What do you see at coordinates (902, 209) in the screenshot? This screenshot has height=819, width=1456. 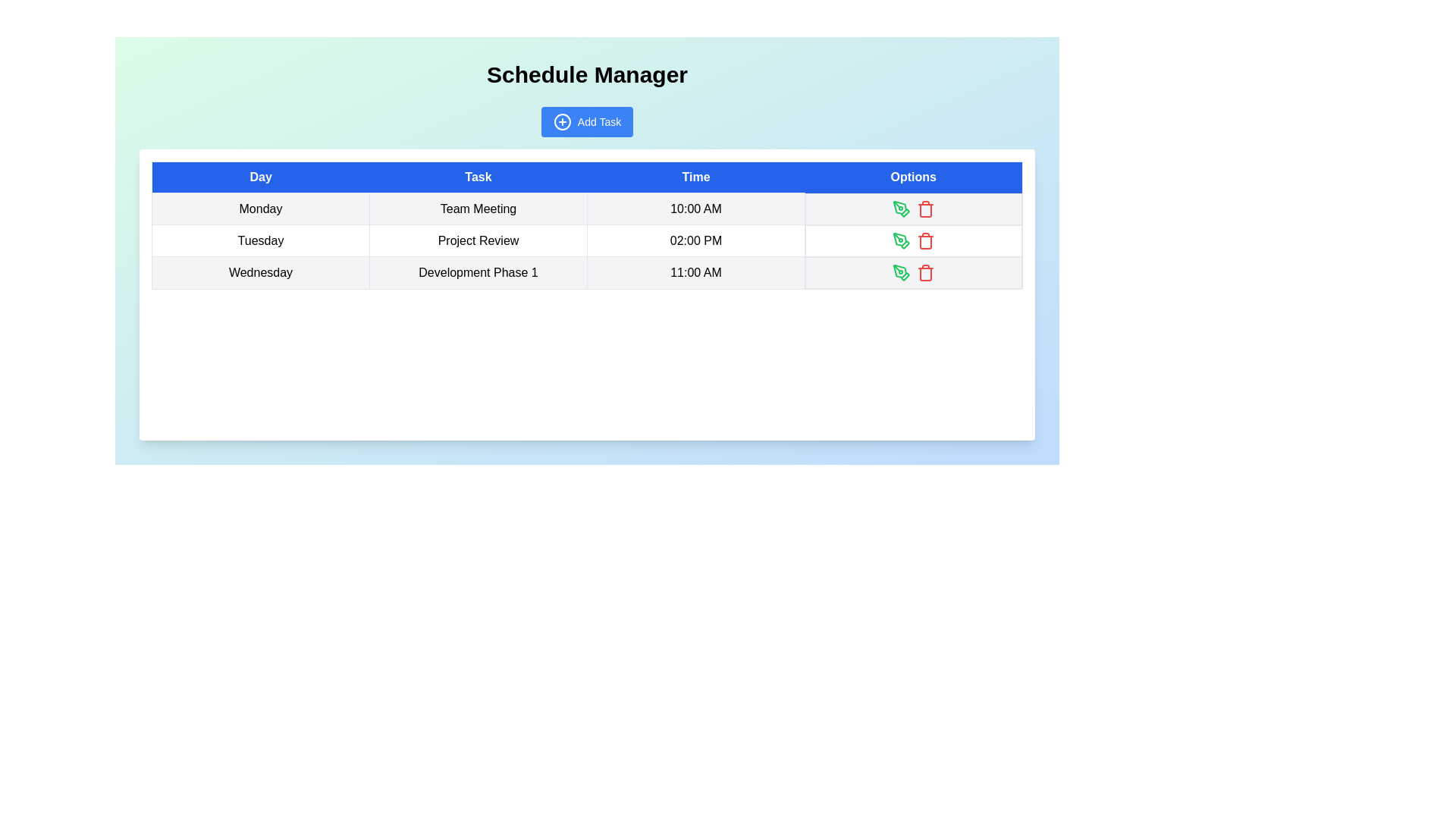 I see `the edit icon for the task in the Options column corresponding to Team Meeting` at bounding box center [902, 209].